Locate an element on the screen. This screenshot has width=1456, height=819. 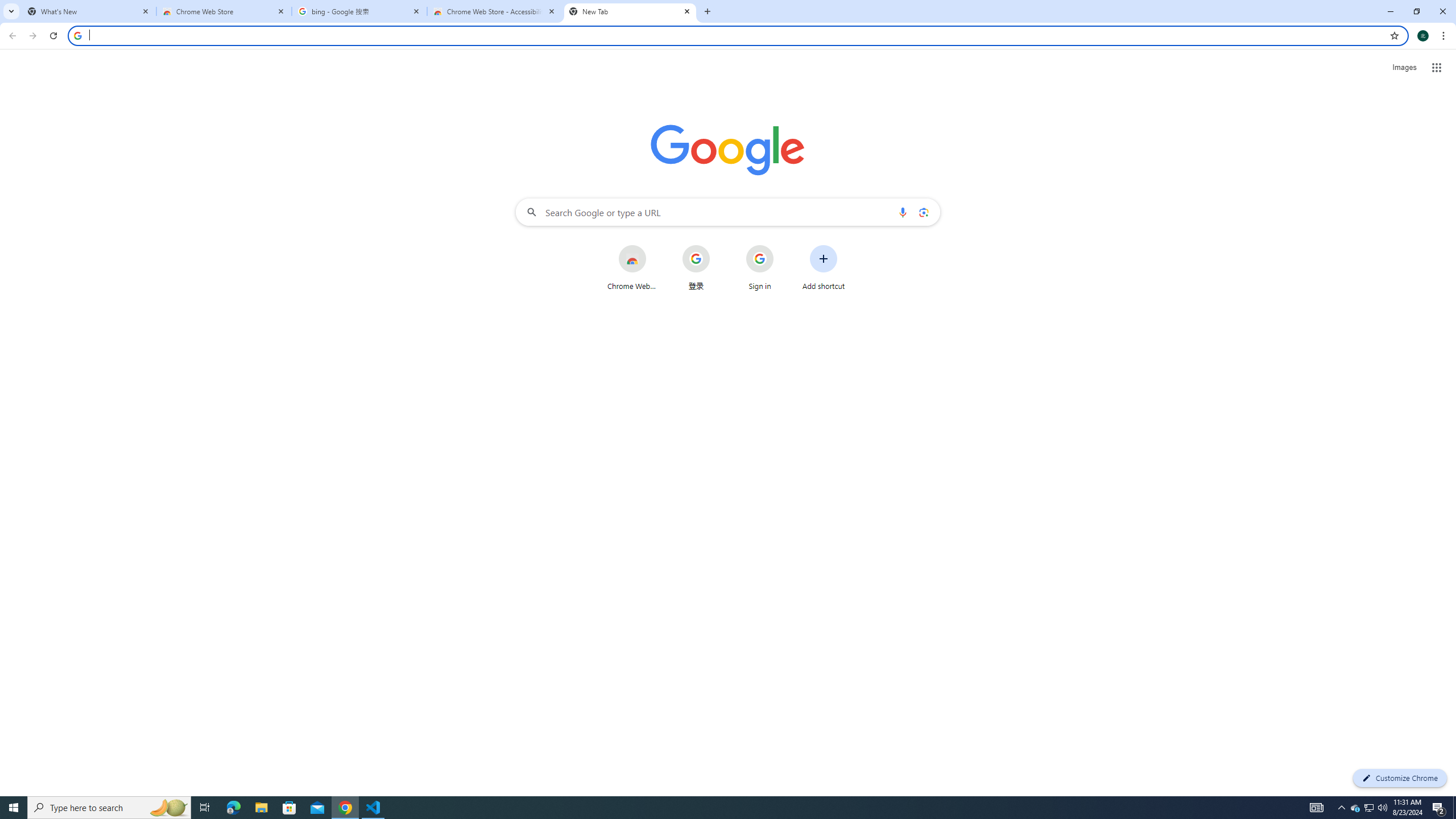
'What' is located at coordinates (88, 11).